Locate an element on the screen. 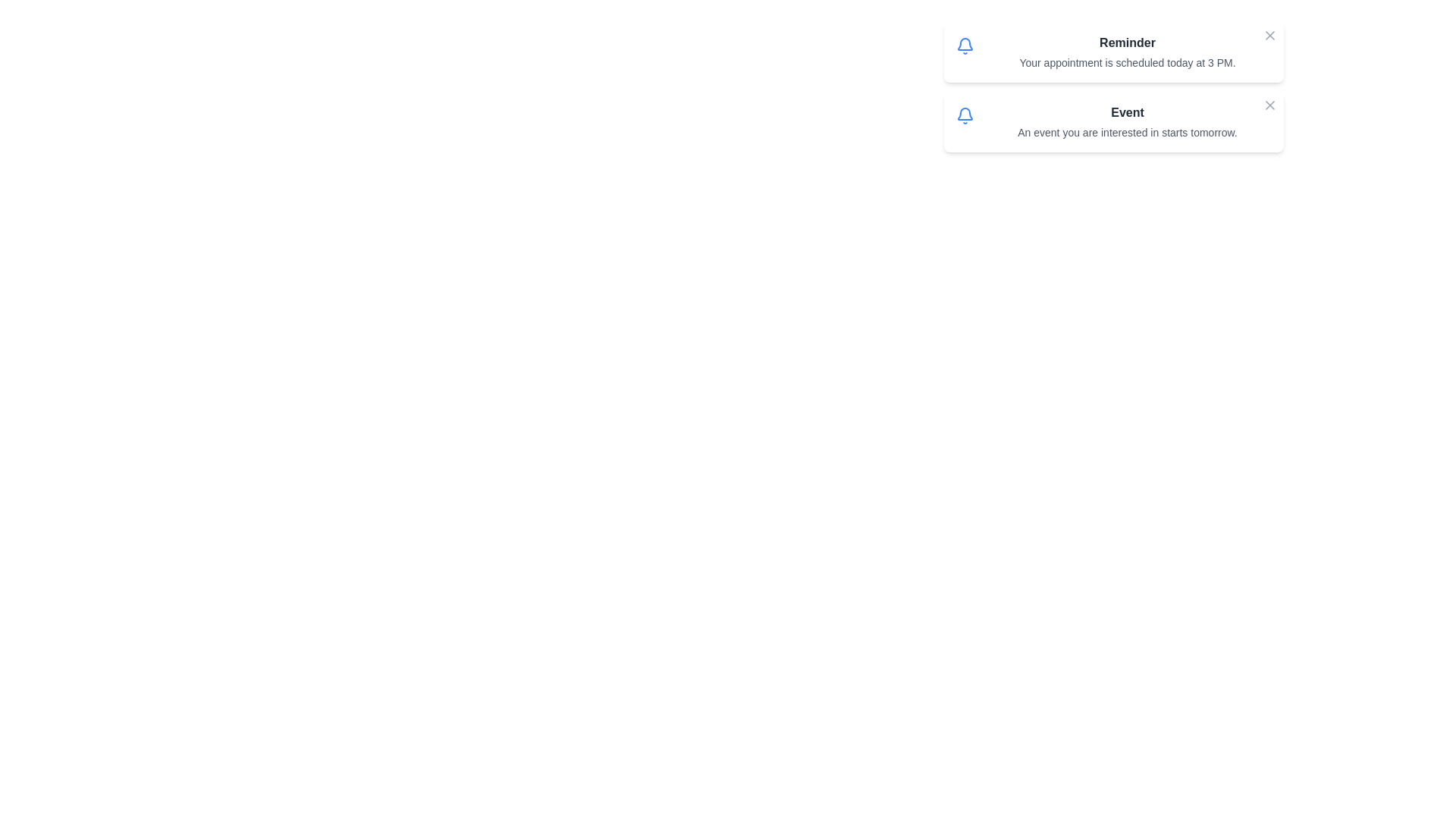  the textual description that states 'An event you are interested in starts tomorrow.' which is styled with a smaller font size and gray text, located below the 'Event' header is located at coordinates (1128, 131).